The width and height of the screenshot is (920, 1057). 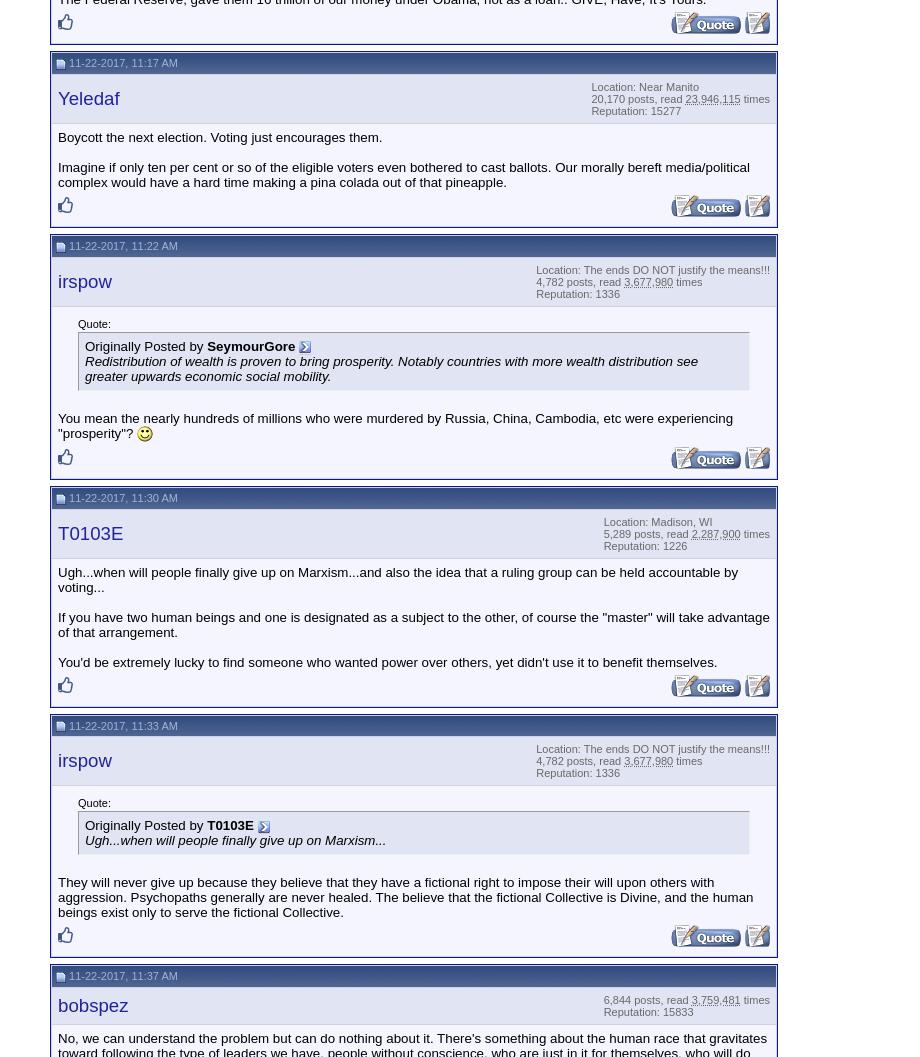 I want to click on 'Reputation: 1226', so click(x=644, y=543).